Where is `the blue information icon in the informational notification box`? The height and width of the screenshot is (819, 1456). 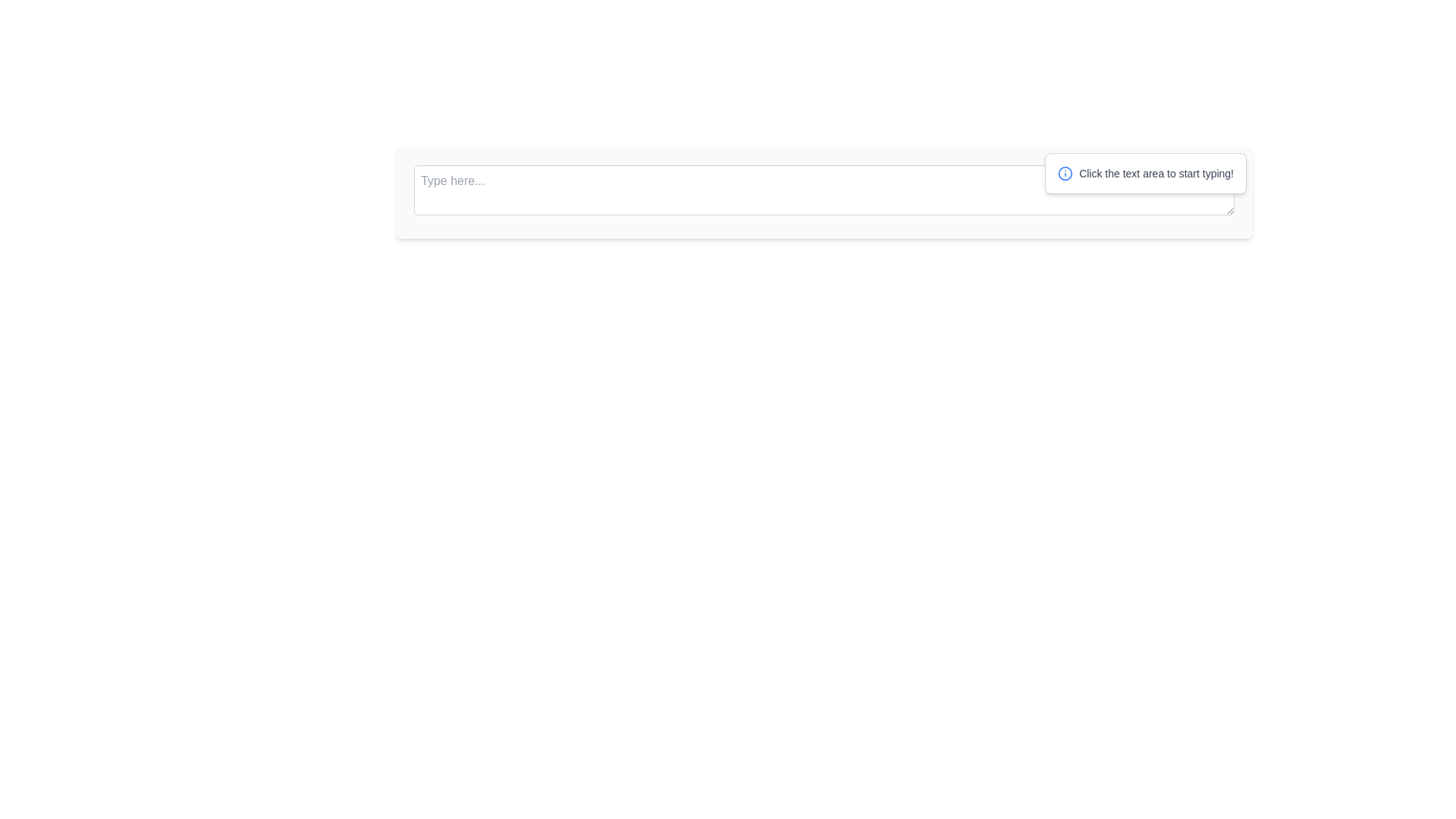
the blue information icon in the informational notification box is located at coordinates (1146, 172).